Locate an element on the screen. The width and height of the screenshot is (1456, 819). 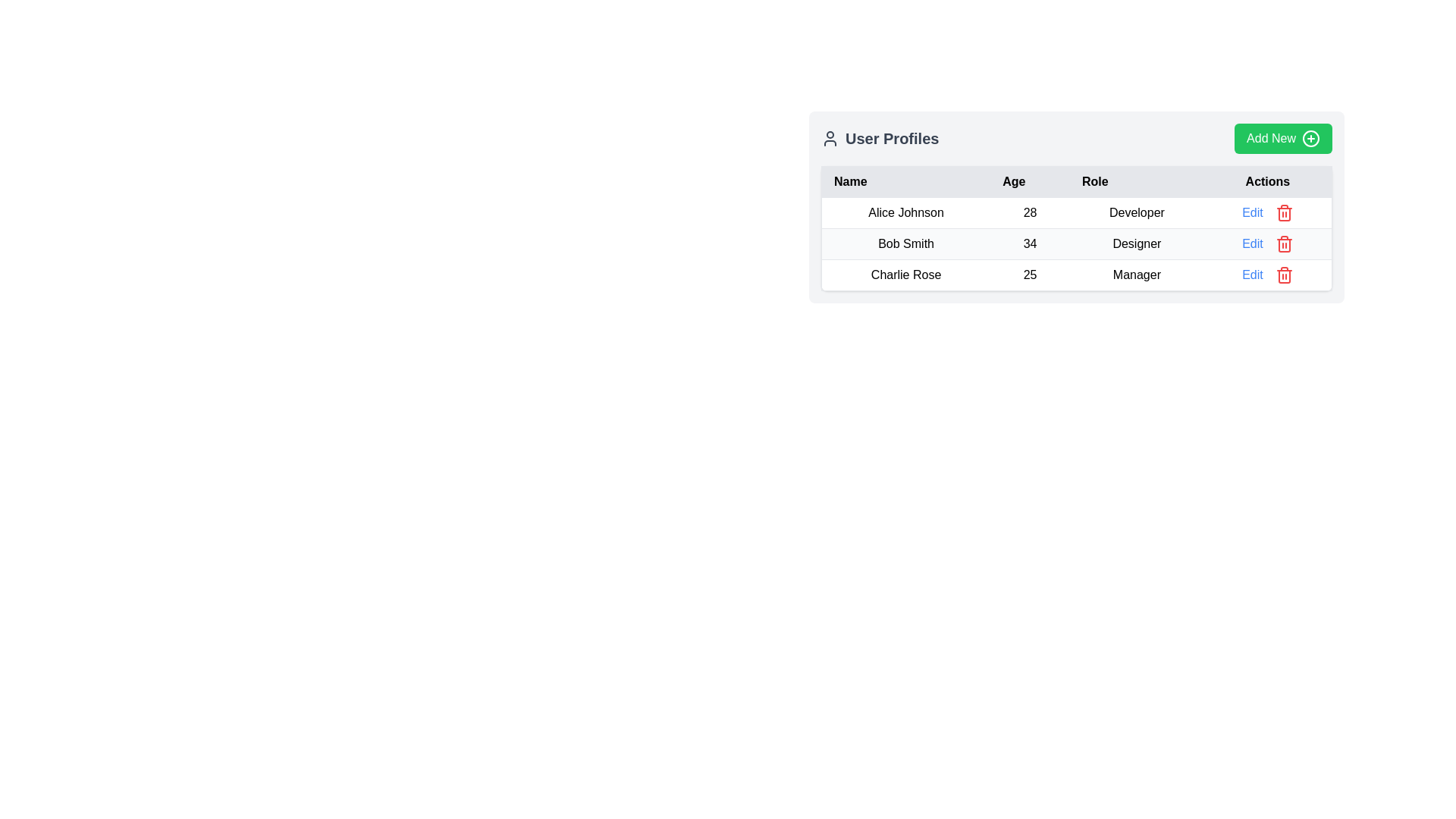
the blue-colored text link labeled 'Edit' located in the 'Actions' column of the second row for user 'Bob Smith' is located at coordinates (1252, 243).